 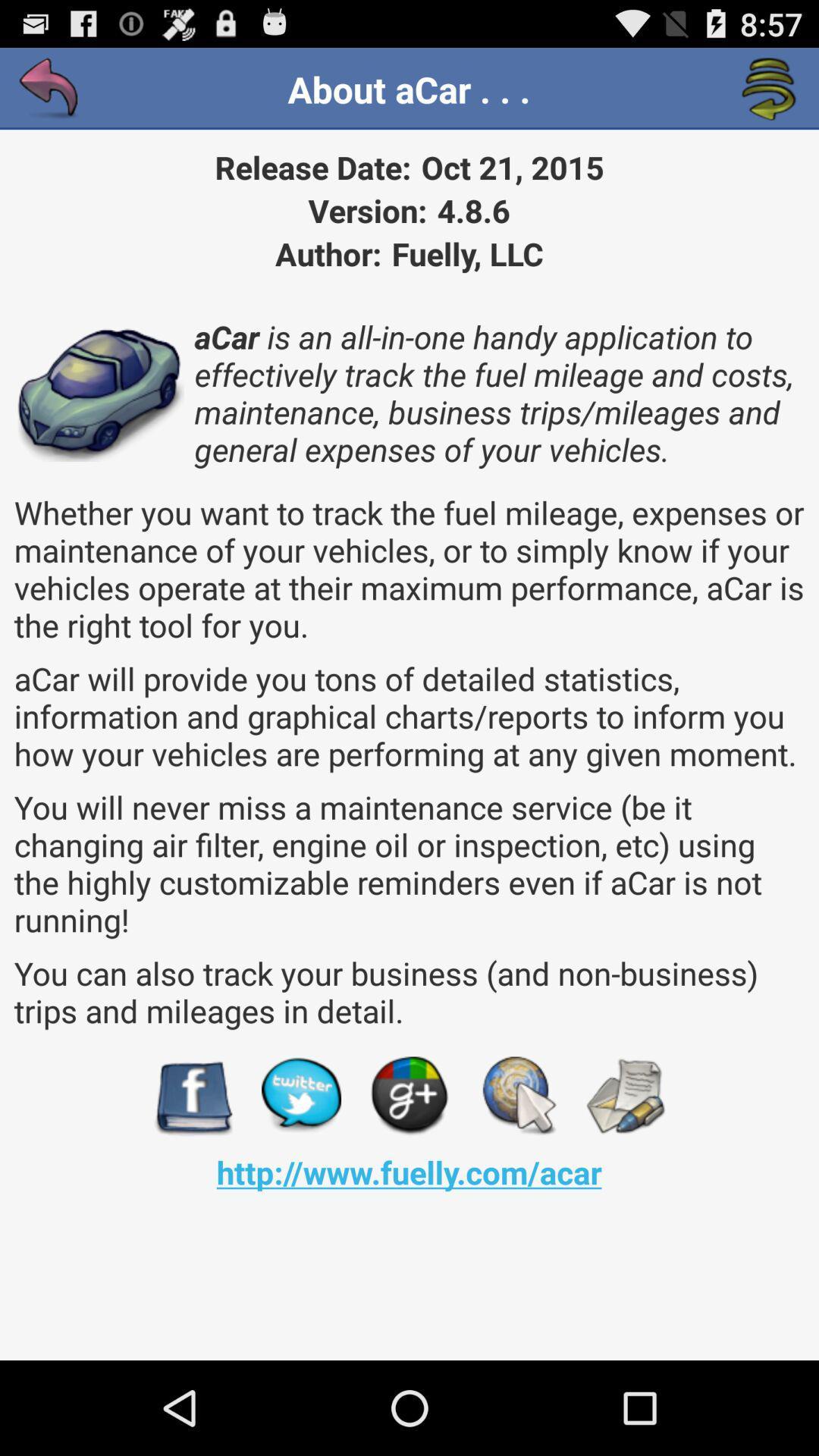 I want to click on the app below the you can also item, so click(x=626, y=1096).